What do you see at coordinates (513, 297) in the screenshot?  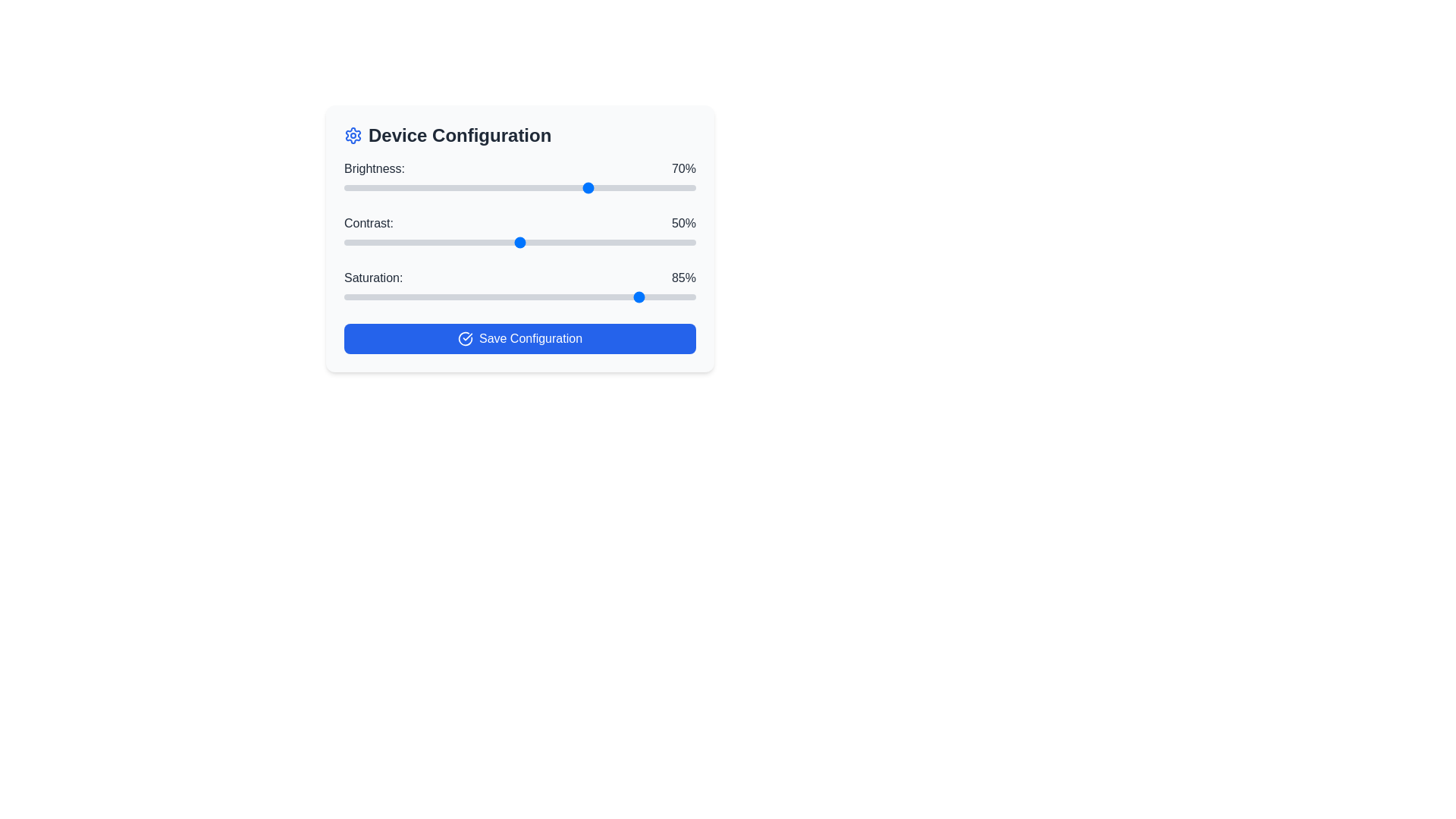 I see `saturation` at bounding box center [513, 297].